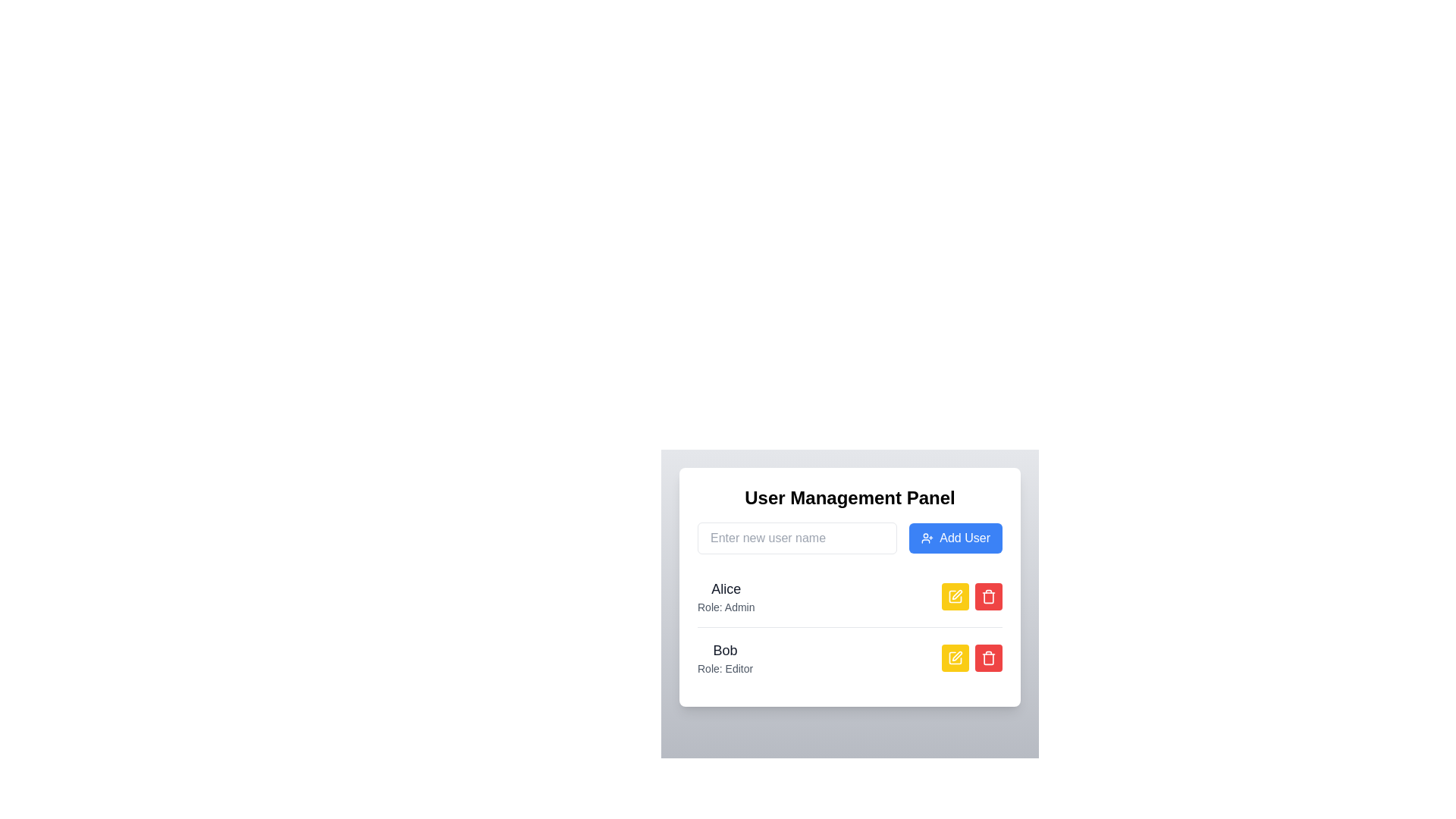  I want to click on the small, square, yellow button with a white pencil icon next to user 'Bob' in the User Management Panel to initiate the edit functionality, so click(954, 657).